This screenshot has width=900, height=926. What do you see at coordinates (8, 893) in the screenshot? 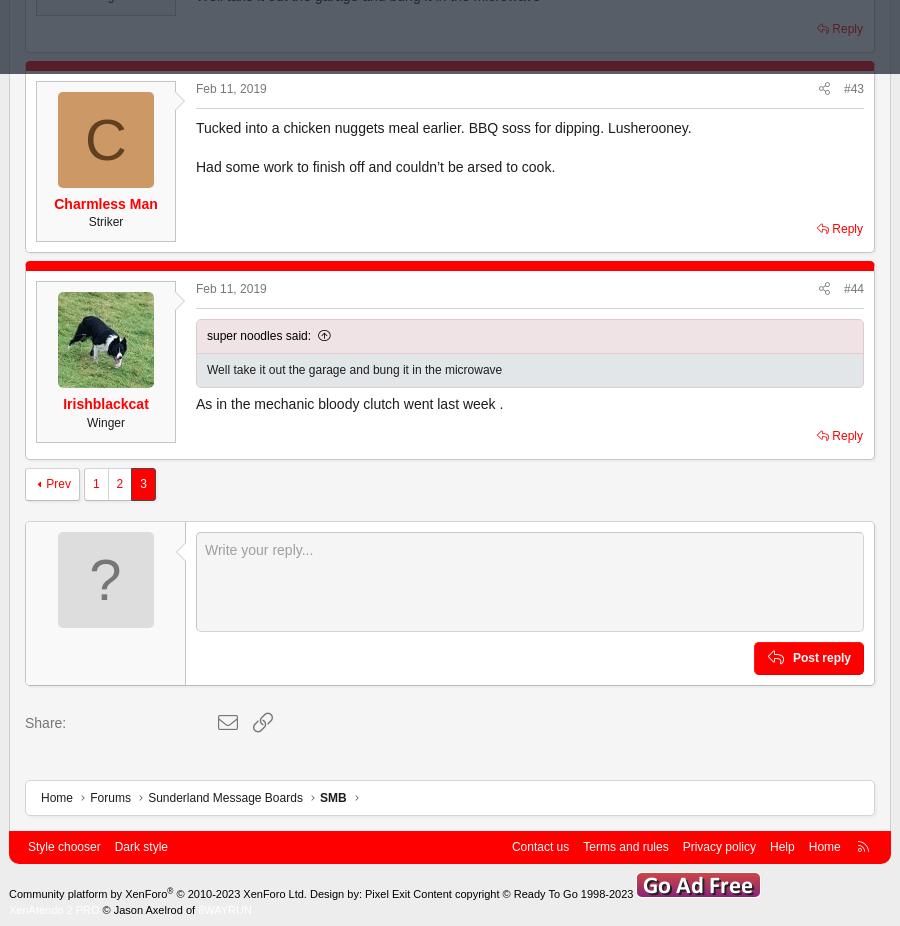
I see `'Community platform by XenForo'` at bounding box center [8, 893].